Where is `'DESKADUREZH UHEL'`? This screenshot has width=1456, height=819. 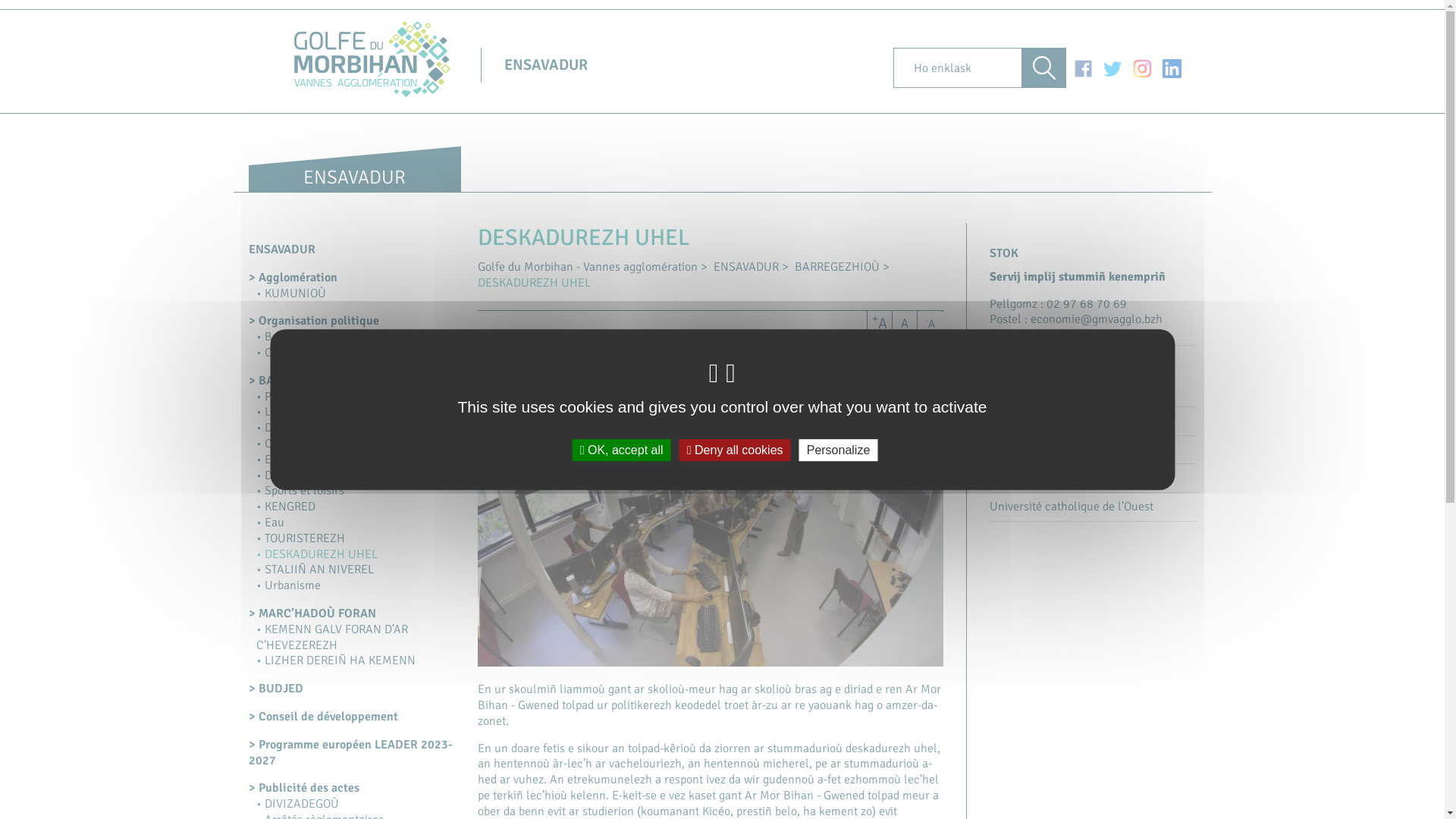
'DESKADUREZH UHEL' is located at coordinates (315, 554).